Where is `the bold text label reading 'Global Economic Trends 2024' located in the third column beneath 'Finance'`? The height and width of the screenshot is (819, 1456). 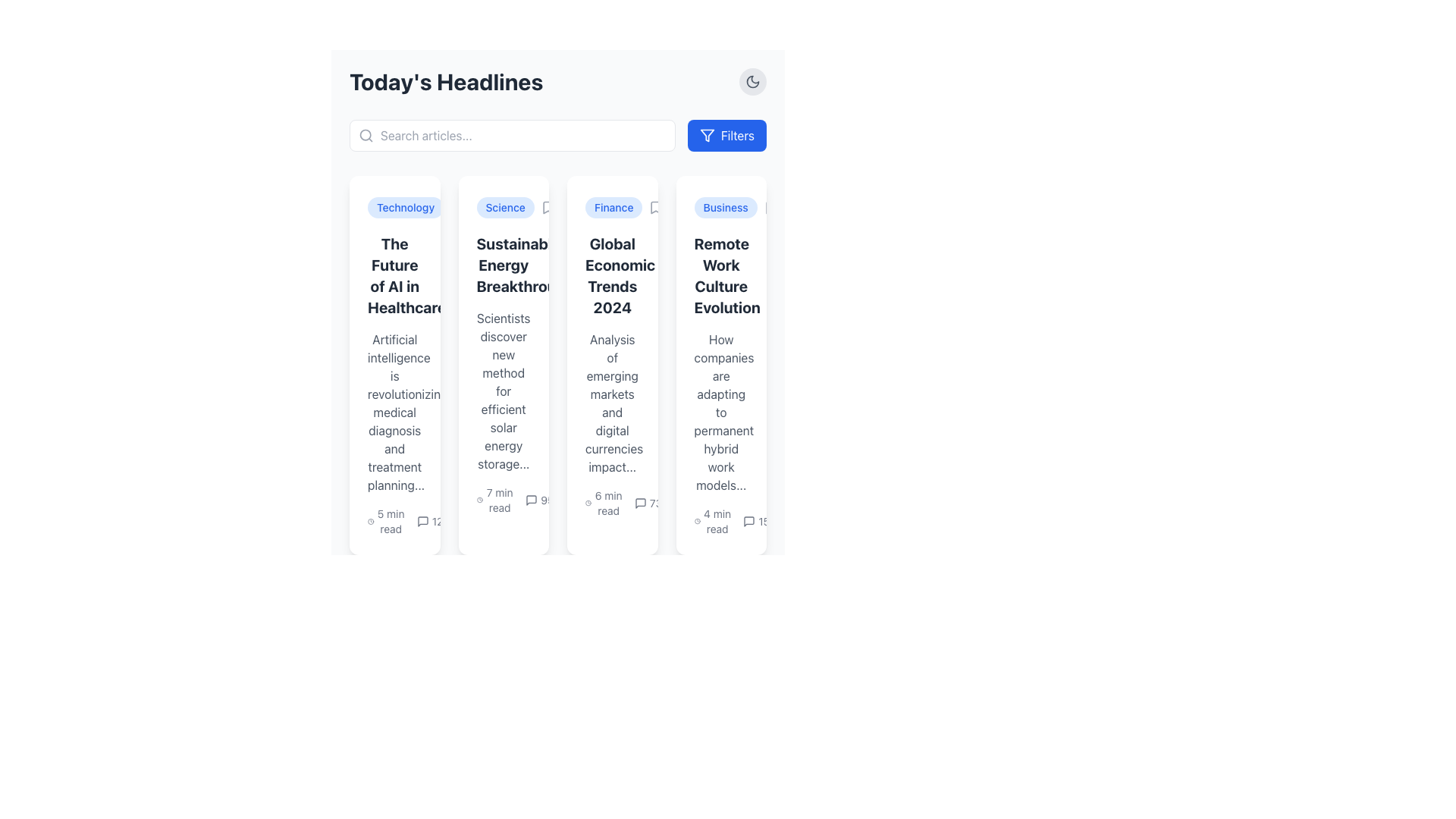
the bold text label reading 'Global Economic Trends 2024' located in the third column beneath 'Finance' is located at coordinates (612, 275).